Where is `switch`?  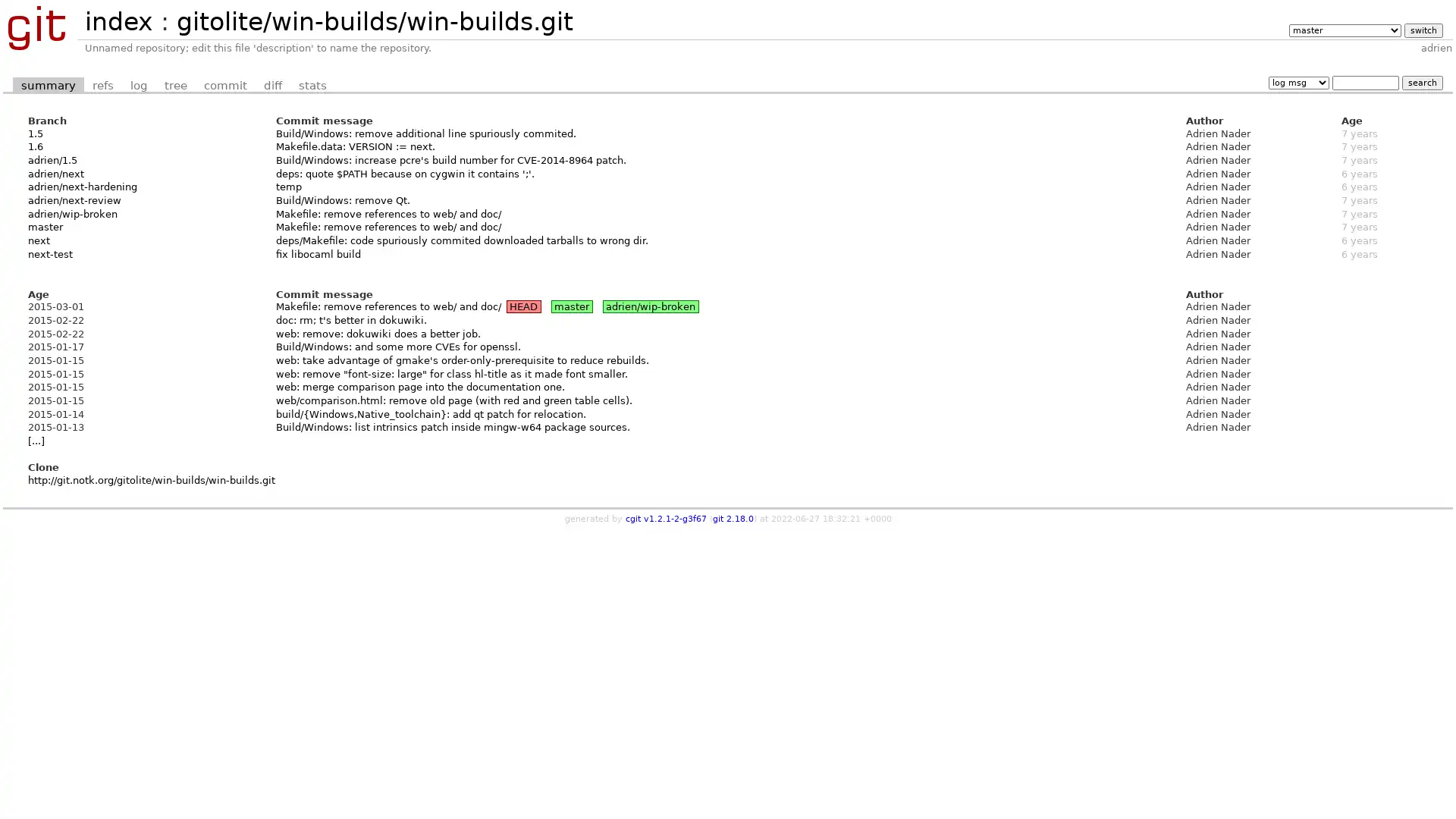 switch is located at coordinates (1422, 30).